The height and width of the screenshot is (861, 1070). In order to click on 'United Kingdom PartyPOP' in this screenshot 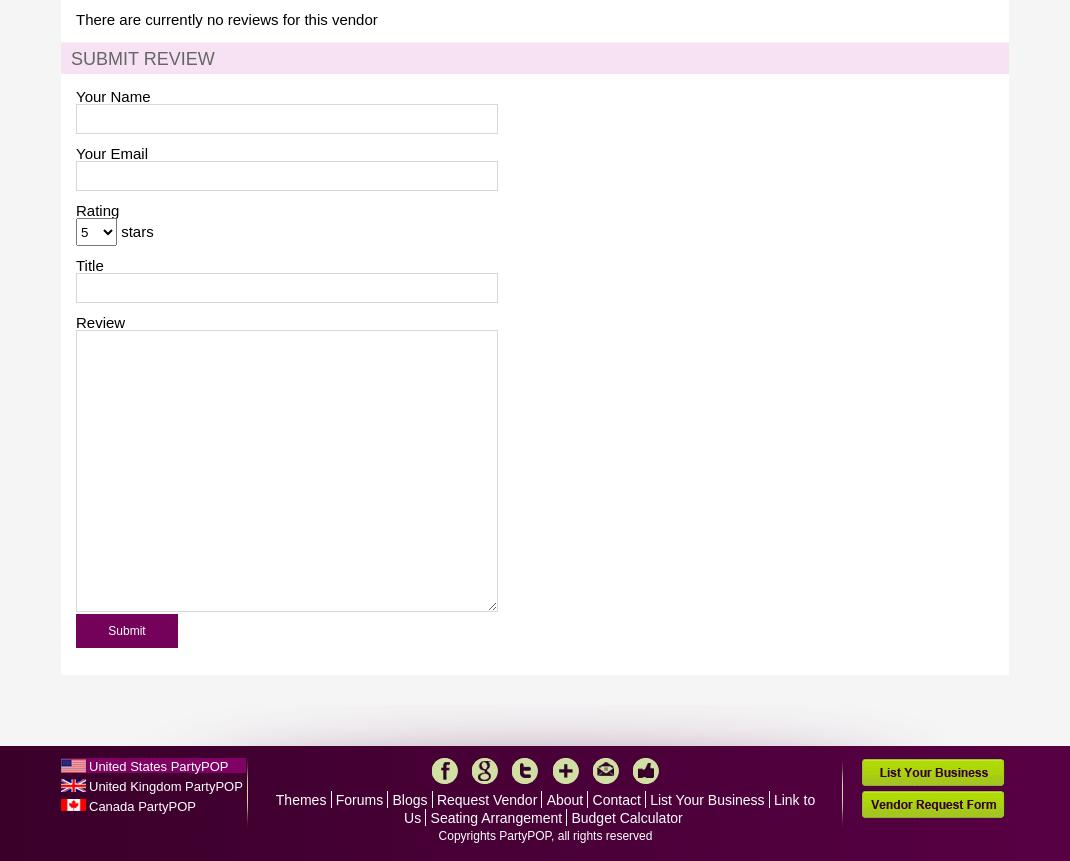, I will do `click(165, 786)`.